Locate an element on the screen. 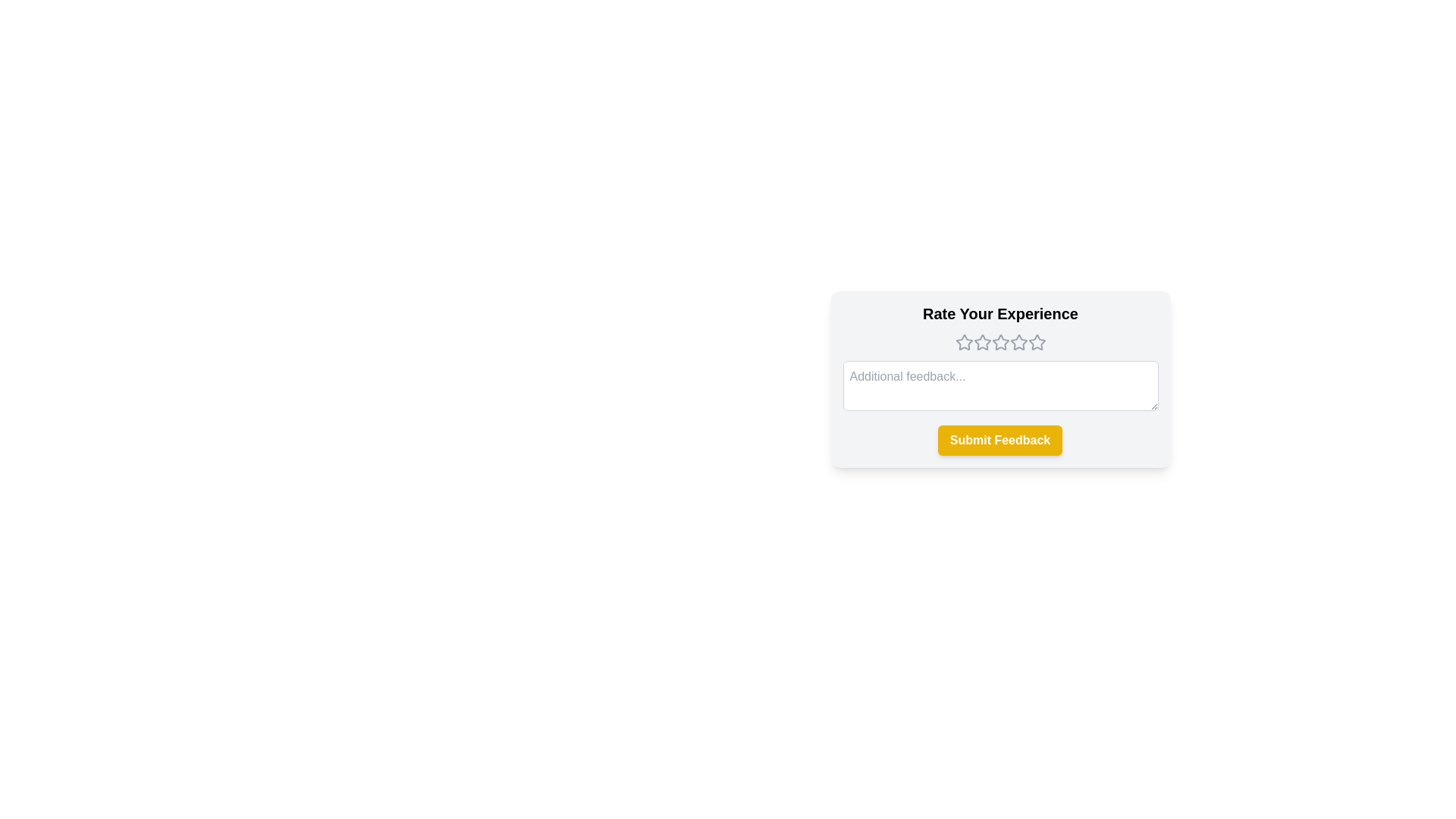 The image size is (1456, 819). on the second star icon in the rating component, which is styled in light gray and indicates an unselected state is located at coordinates (1000, 342).